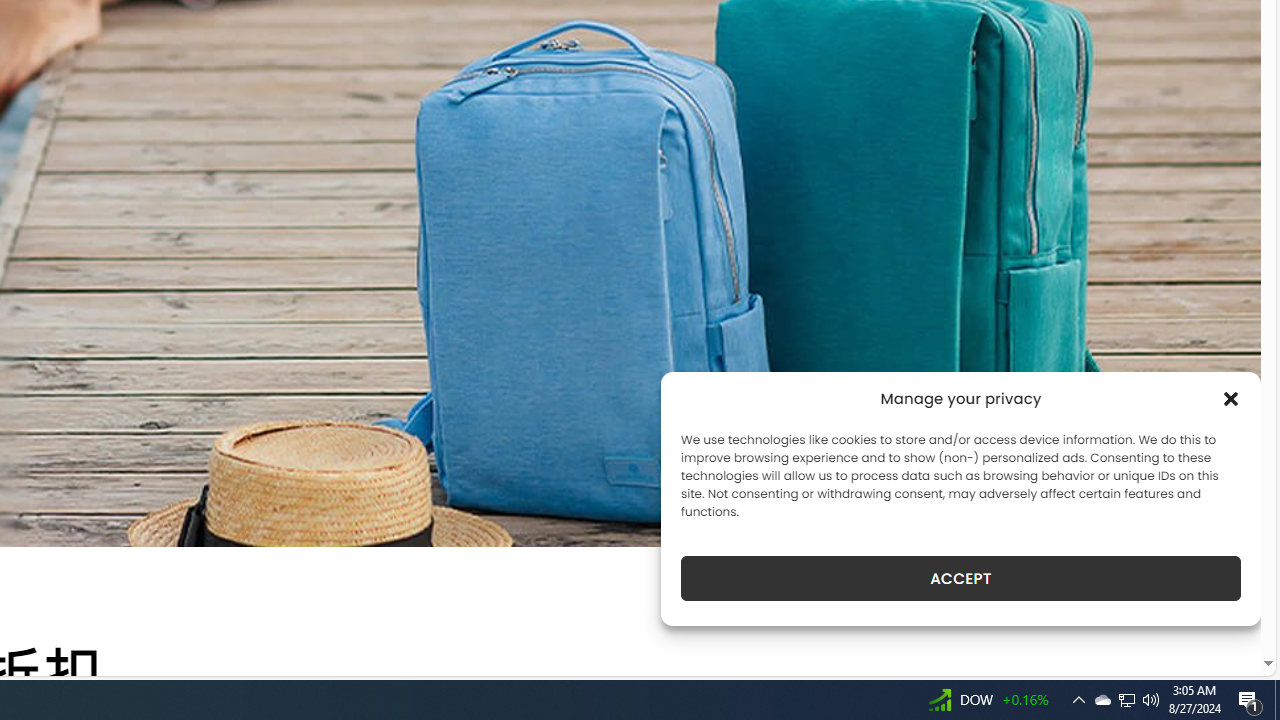 The image size is (1280, 720). What do you see at coordinates (961, 578) in the screenshot?
I see `'ACCEPT'` at bounding box center [961, 578].